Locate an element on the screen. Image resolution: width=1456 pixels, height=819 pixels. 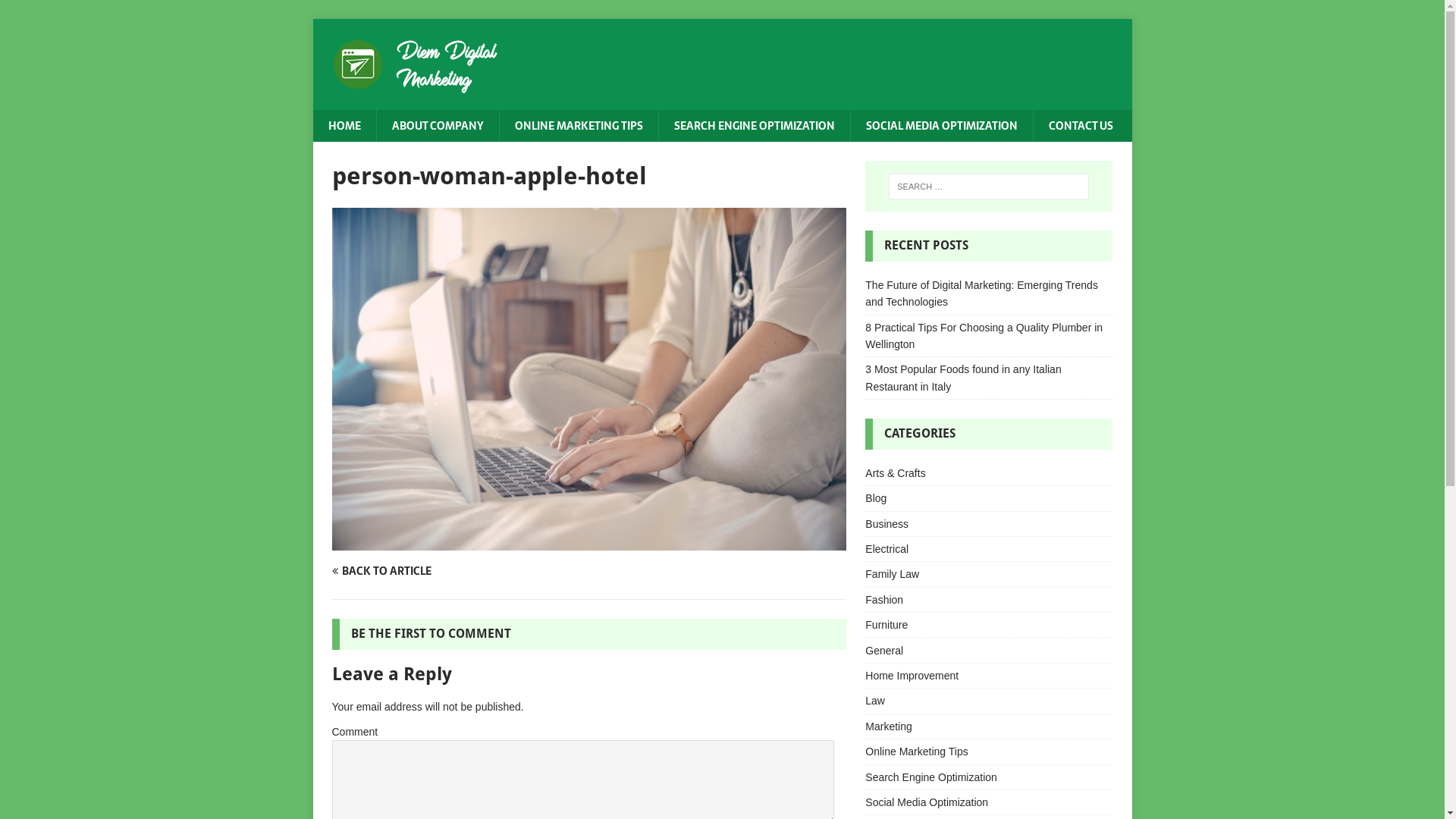
'HOME' is located at coordinates (343, 124).